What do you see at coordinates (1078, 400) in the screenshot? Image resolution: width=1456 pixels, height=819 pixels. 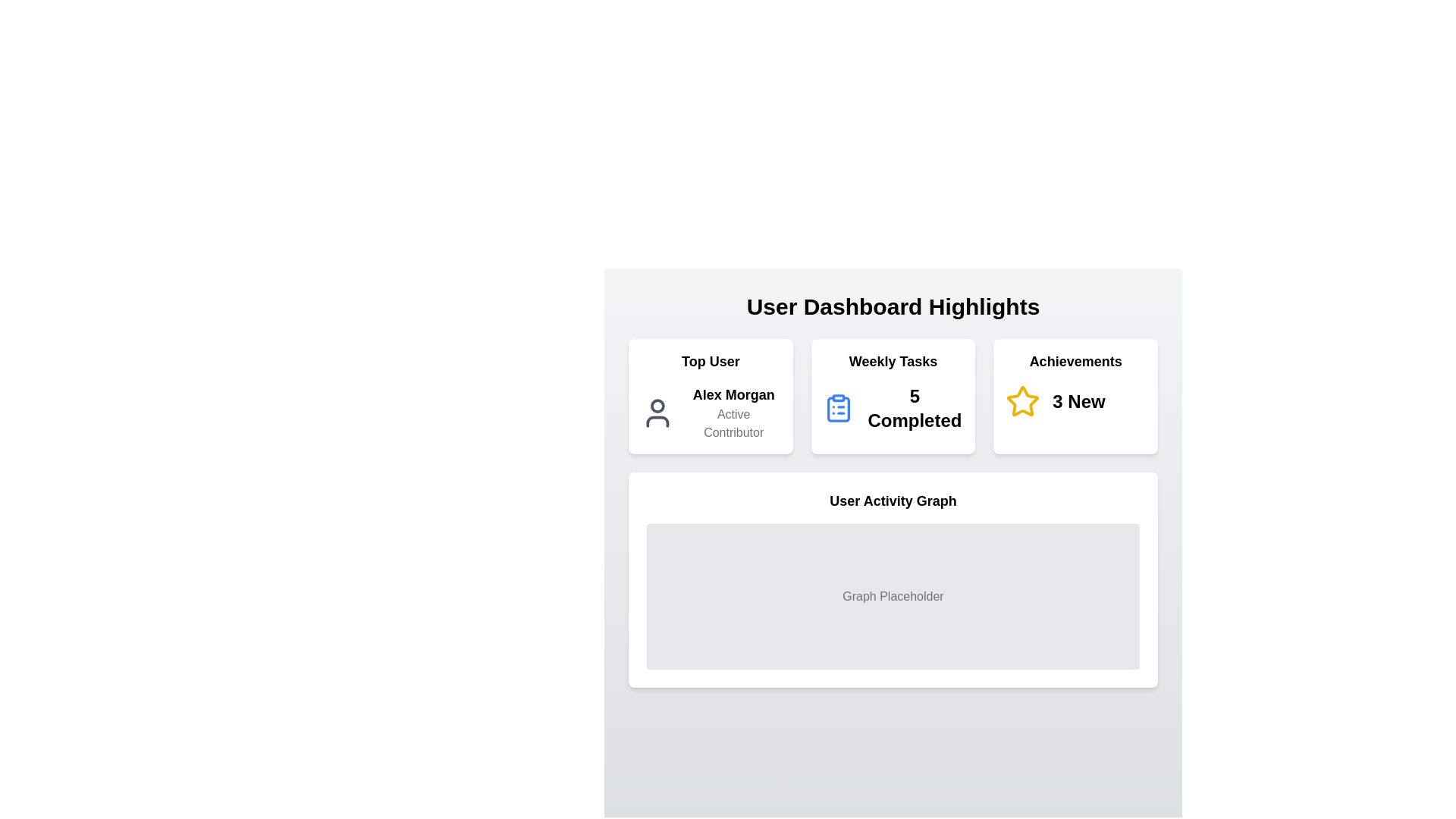 I see `the static text indicating three new achievements located in the 'Achievements' card, to the right of the star icon` at bounding box center [1078, 400].